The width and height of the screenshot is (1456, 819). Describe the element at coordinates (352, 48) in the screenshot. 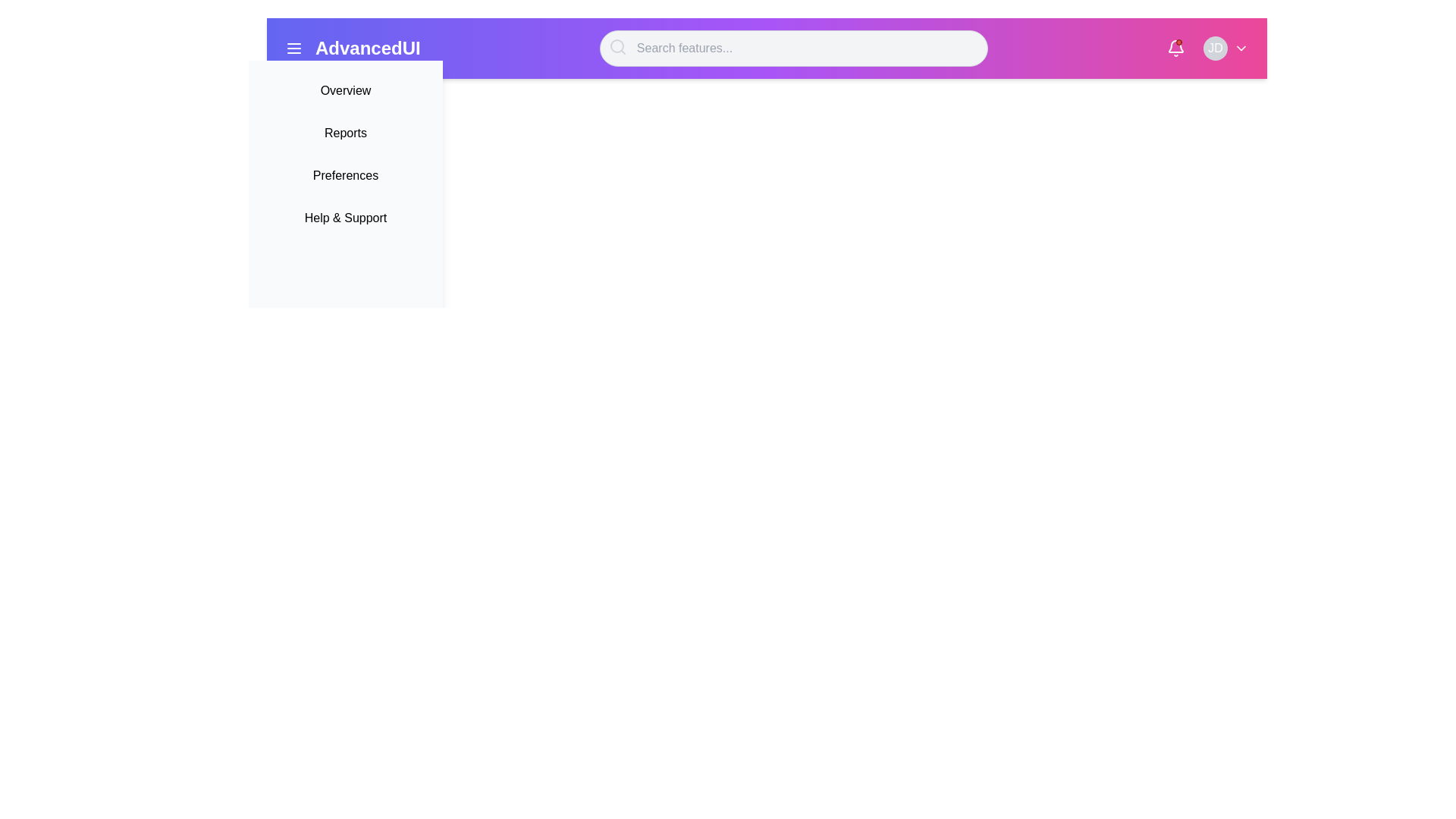

I see `the branding text label located near the left edge of the navigation bar, adjacent to the menu icon represented by three horizontal lines` at that location.